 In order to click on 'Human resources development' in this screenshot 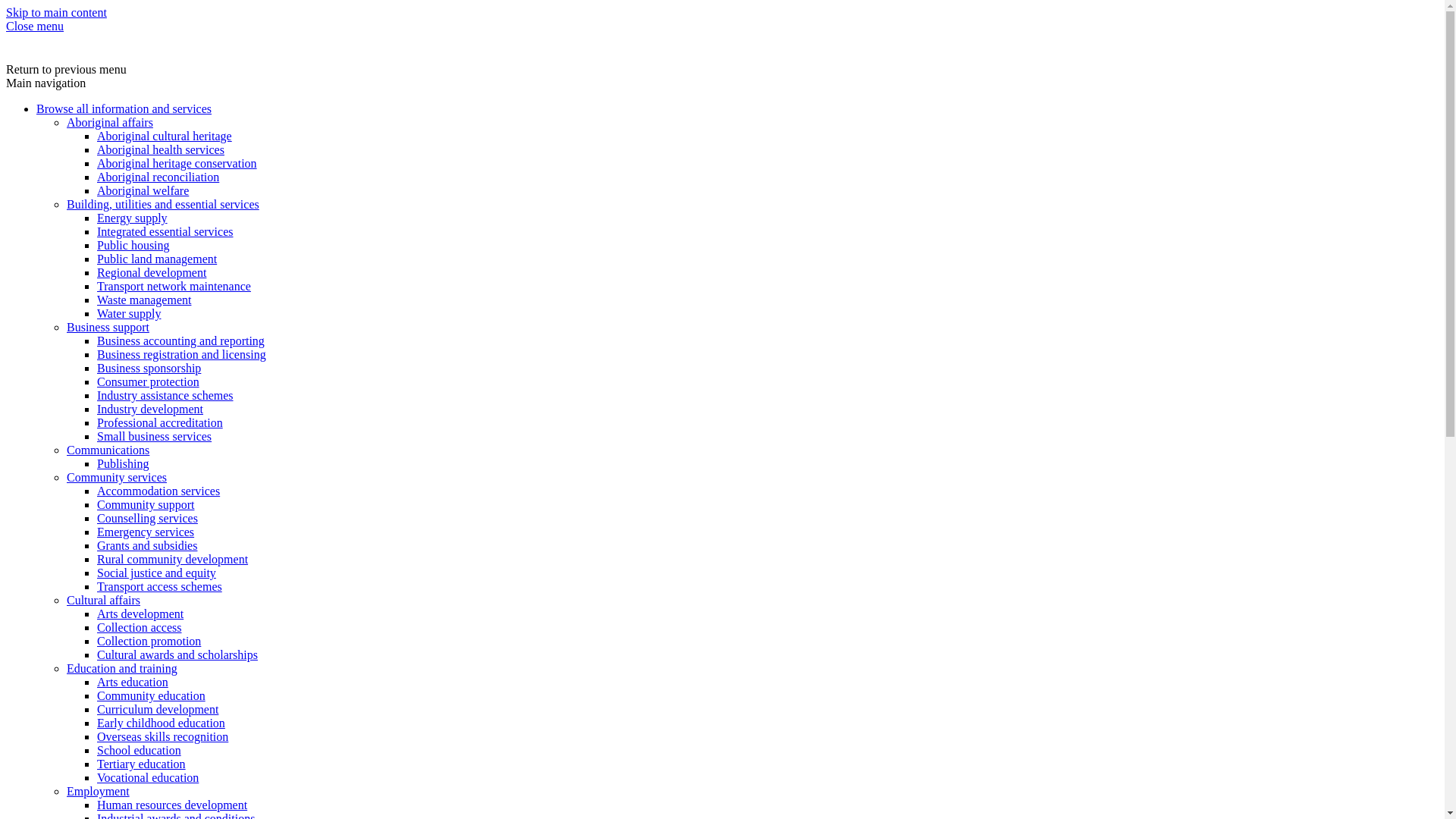, I will do `click(171, 804)`.